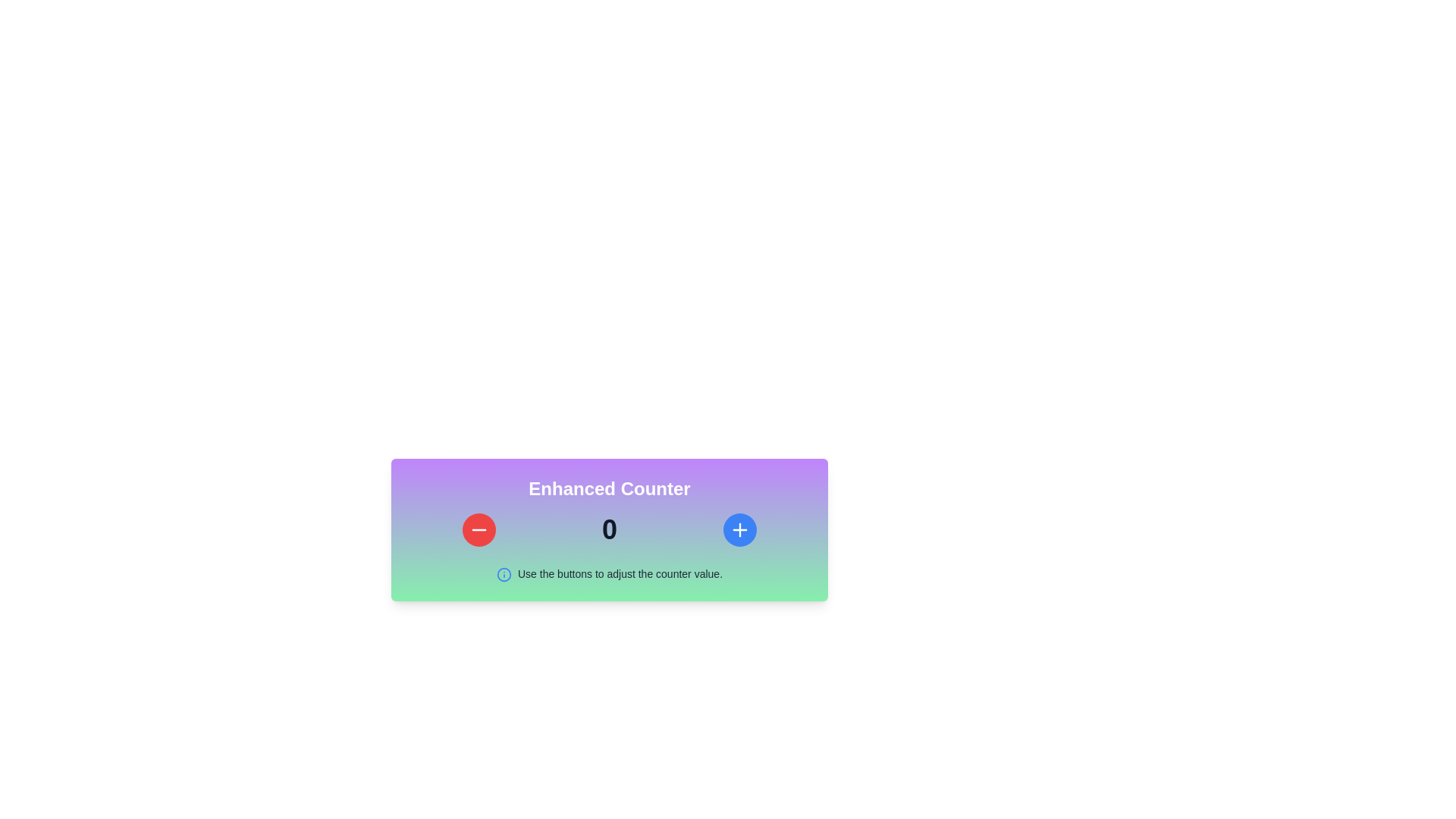 This screenshot has width=1456, height=819. I want to click on the prominent blue circular button with a white plus sign (+) icon to observe its hover effect, which changes its color to a slightly darker shade, so click(739, 529).